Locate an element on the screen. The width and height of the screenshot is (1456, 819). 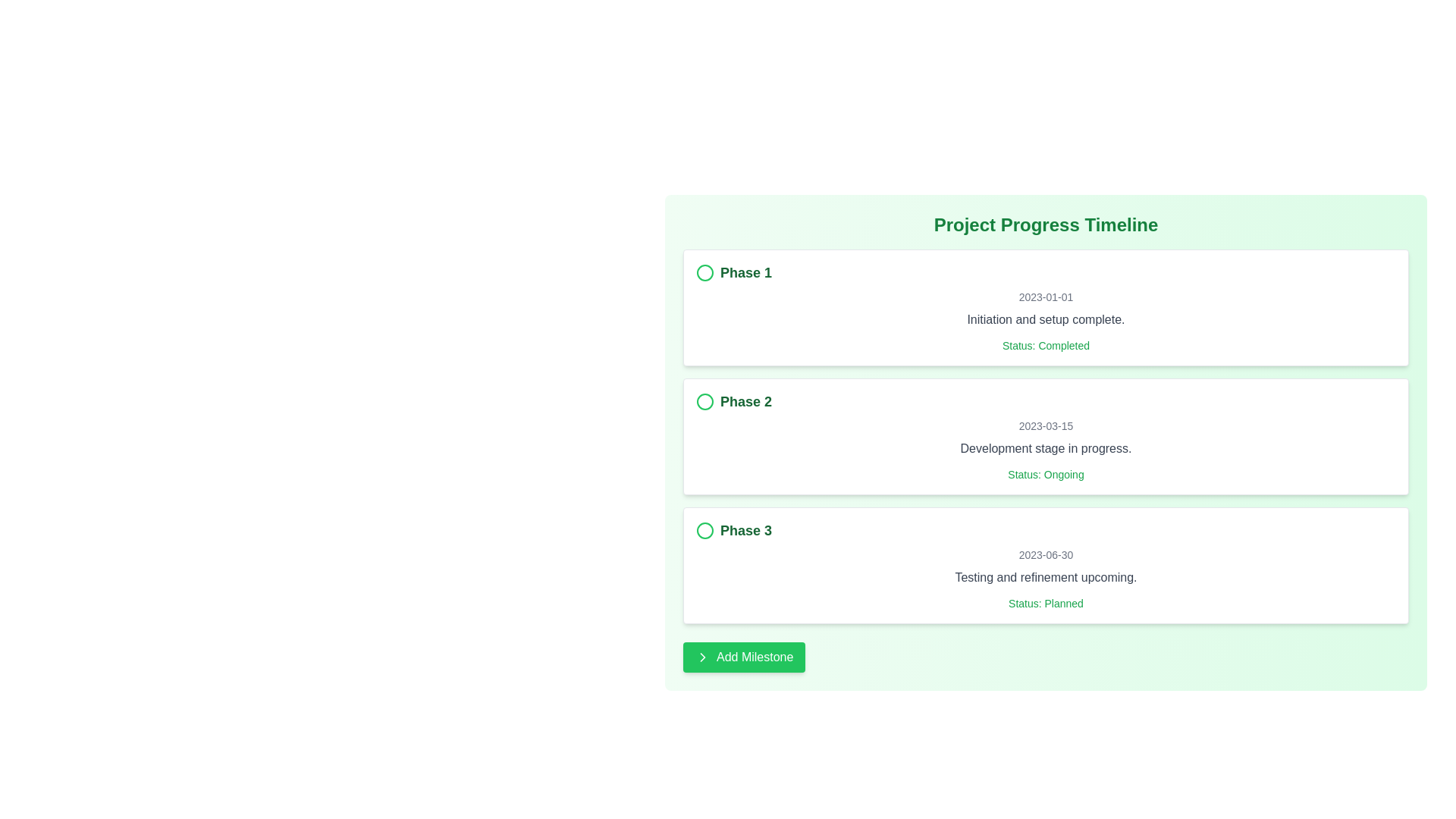
text label displaying 'Phase 2', which is styled in a bold and large green font and is located within the milestone panel labeled 'Phase 2' is located at coordinates (745, 400).